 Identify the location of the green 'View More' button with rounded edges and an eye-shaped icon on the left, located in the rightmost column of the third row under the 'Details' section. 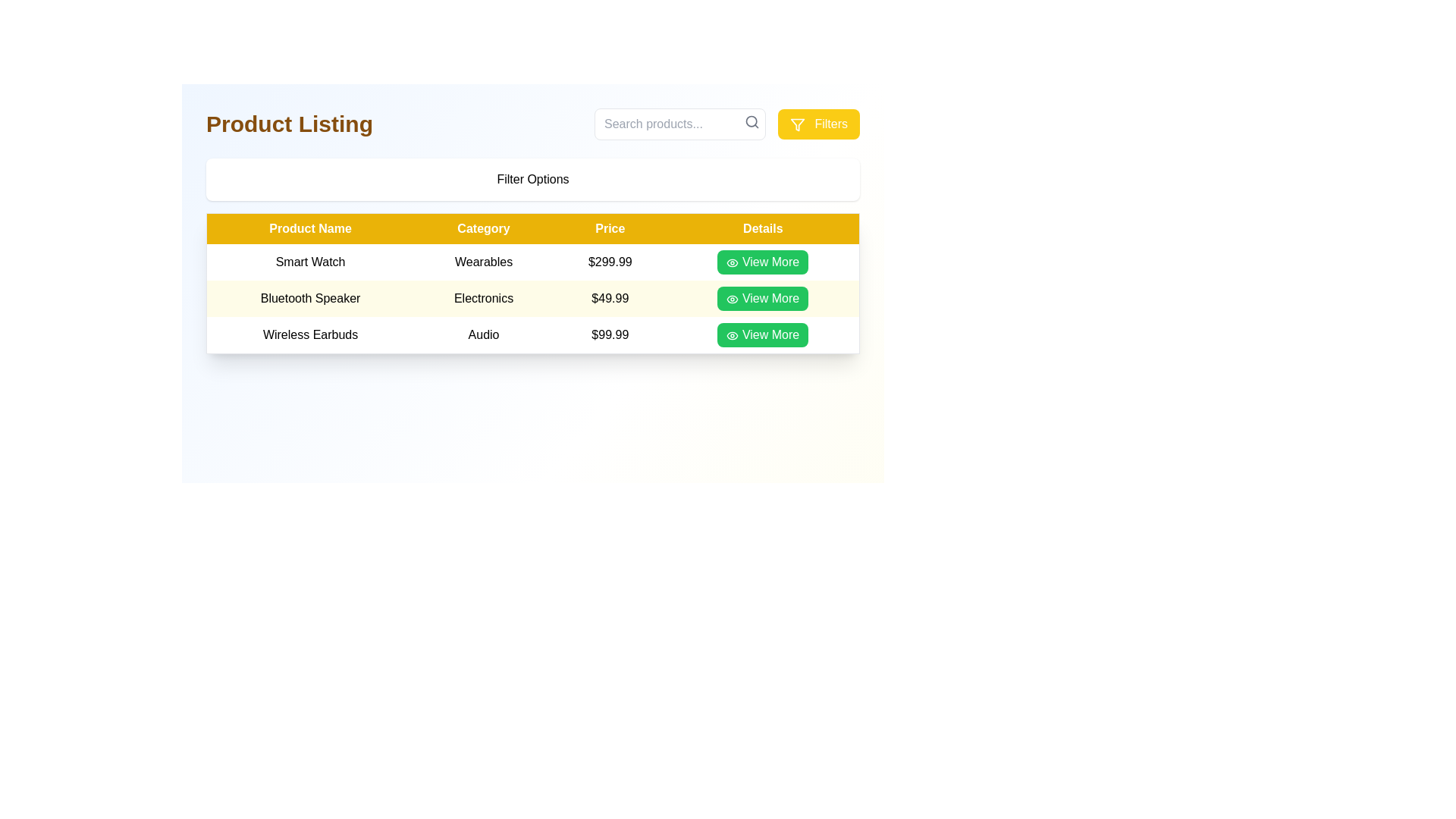
(763, 334).